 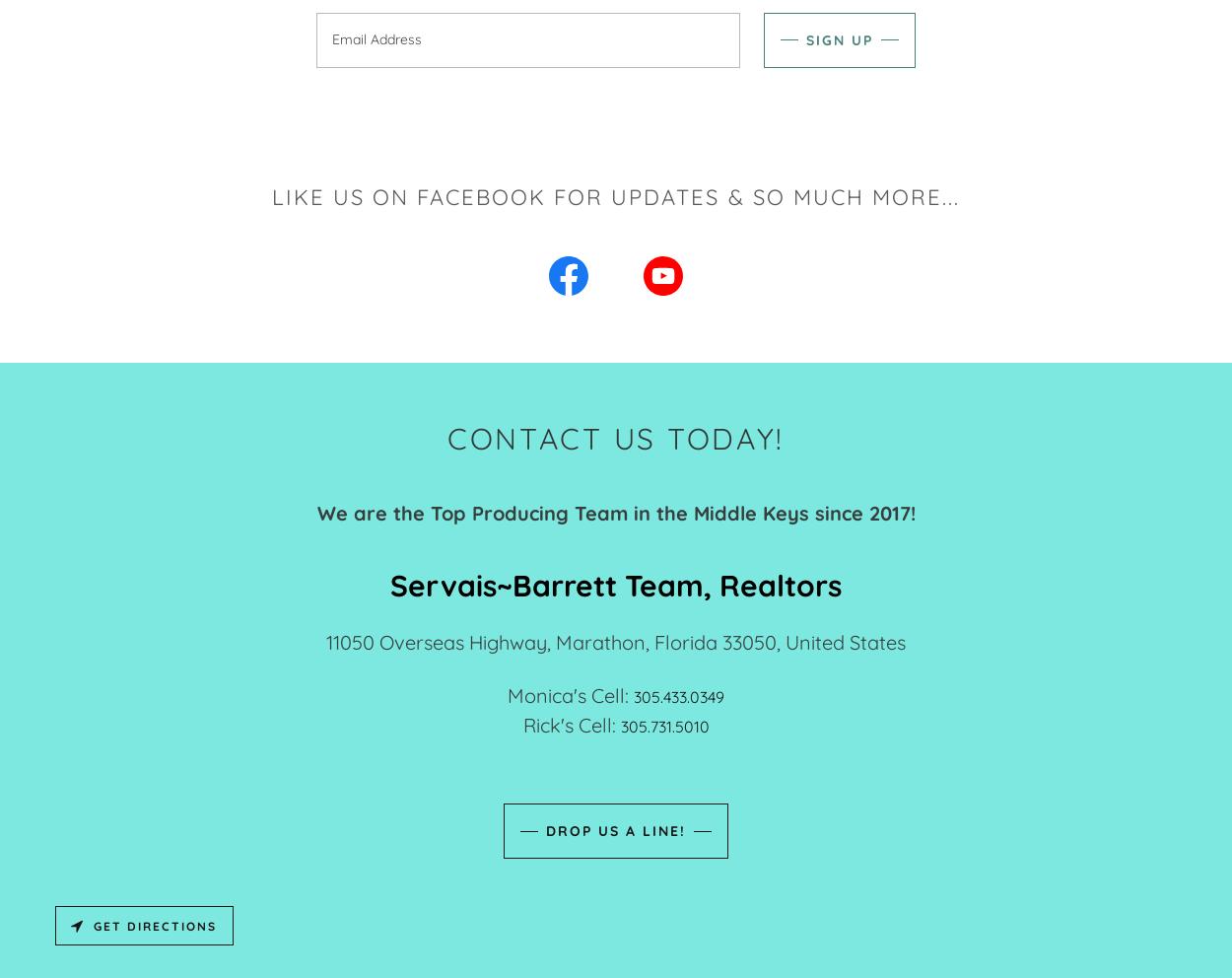 What do you see at coordinates (664, 726) in the screenshot?
I see `'305.731.5010'` at bounding box center [664, 726].